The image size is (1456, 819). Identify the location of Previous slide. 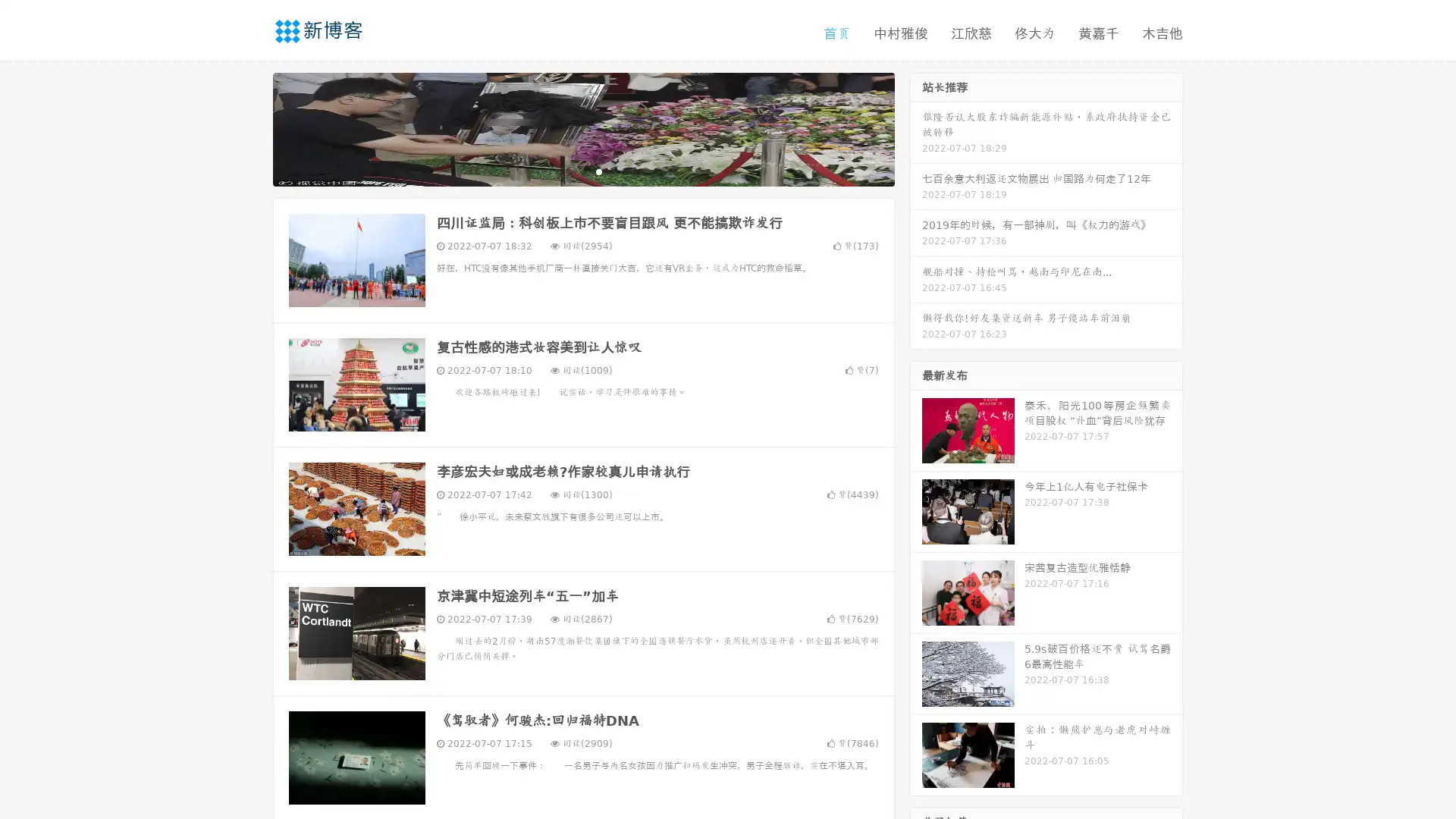
(250, 127).